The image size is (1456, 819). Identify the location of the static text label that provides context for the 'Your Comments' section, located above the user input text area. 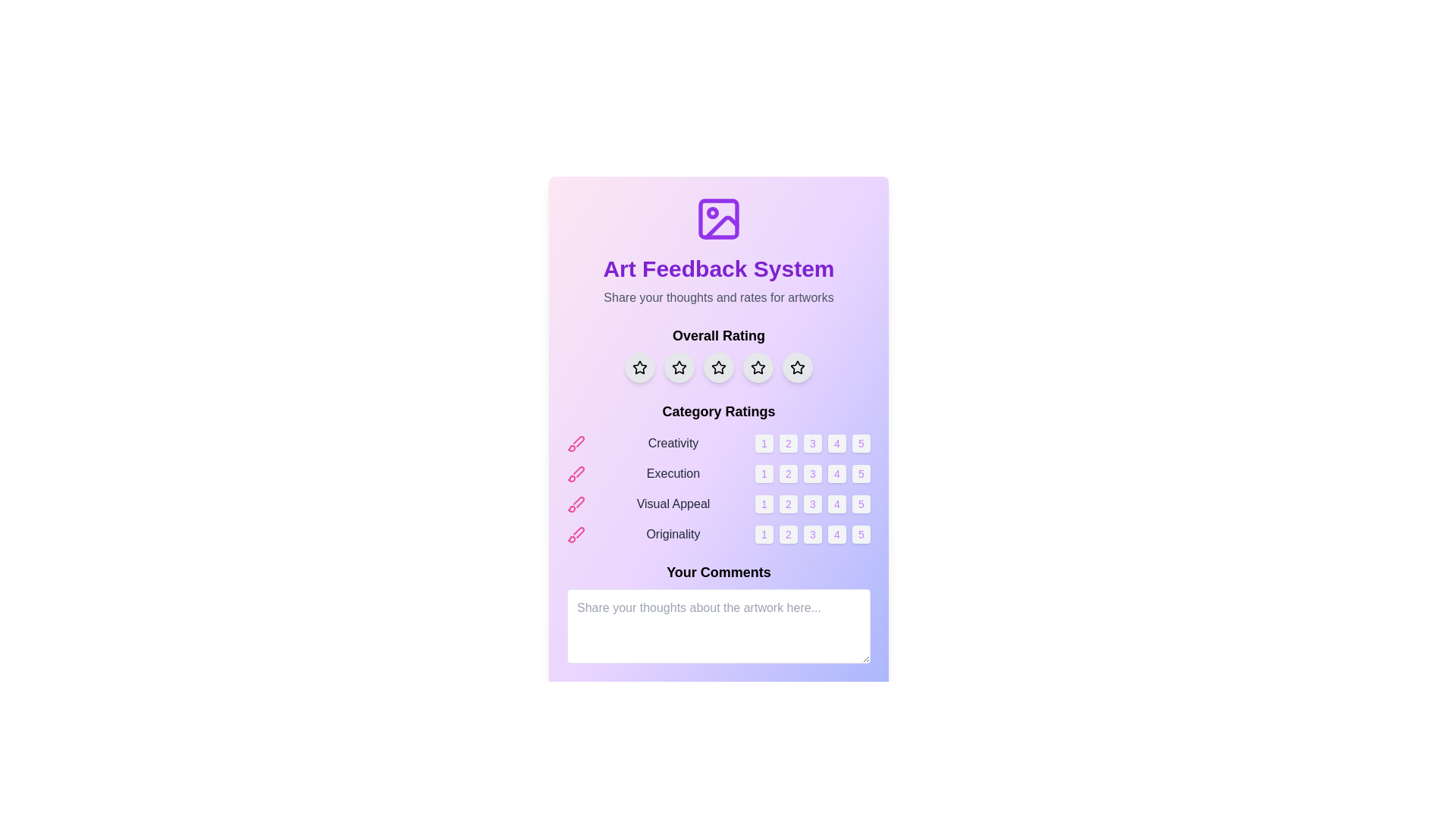
(718, 573).